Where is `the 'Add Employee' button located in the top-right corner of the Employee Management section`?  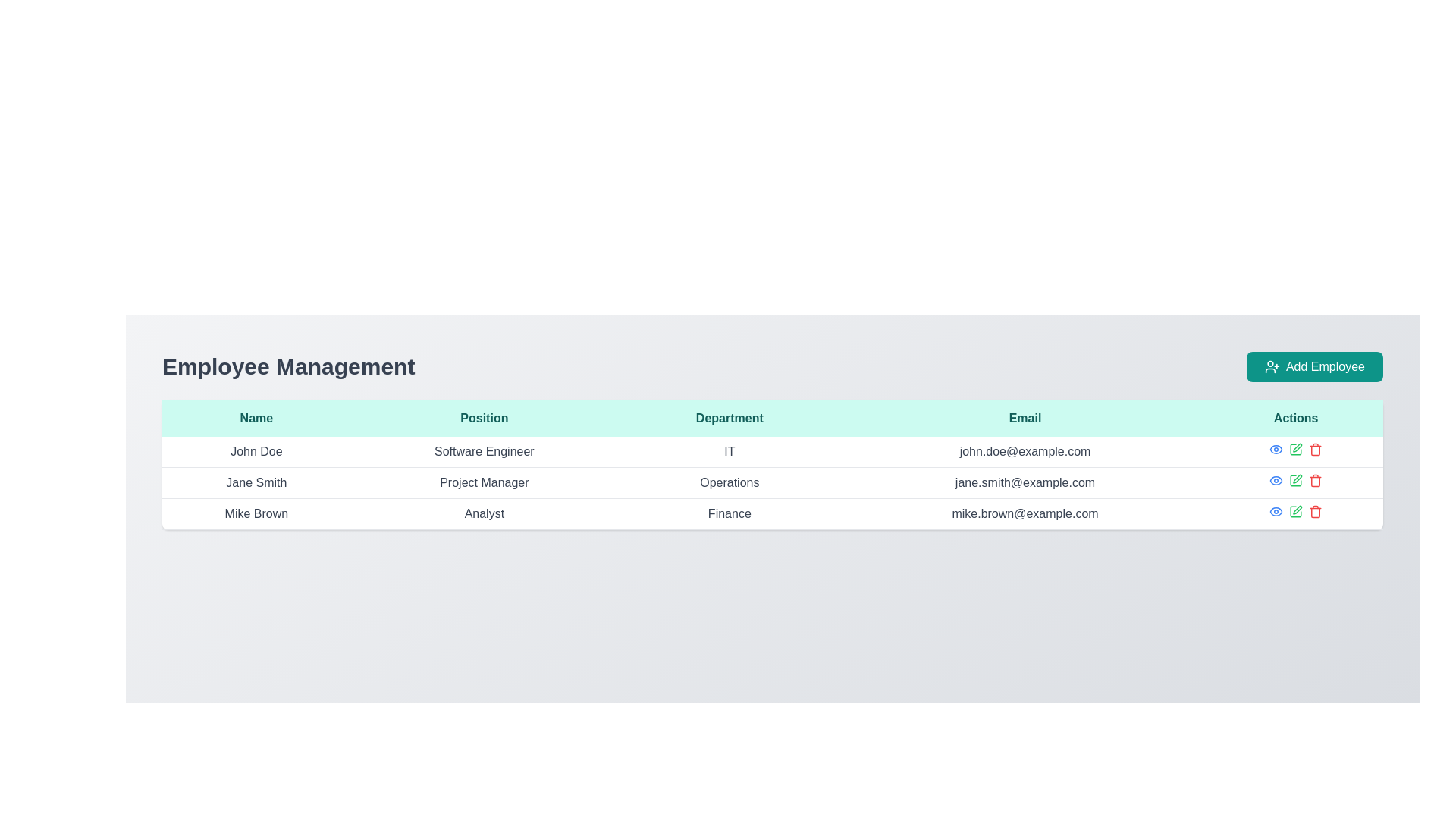
the 'Add Employee' button located in the top-right corner of the Employee Management section is located at coordinates (1313, 366).